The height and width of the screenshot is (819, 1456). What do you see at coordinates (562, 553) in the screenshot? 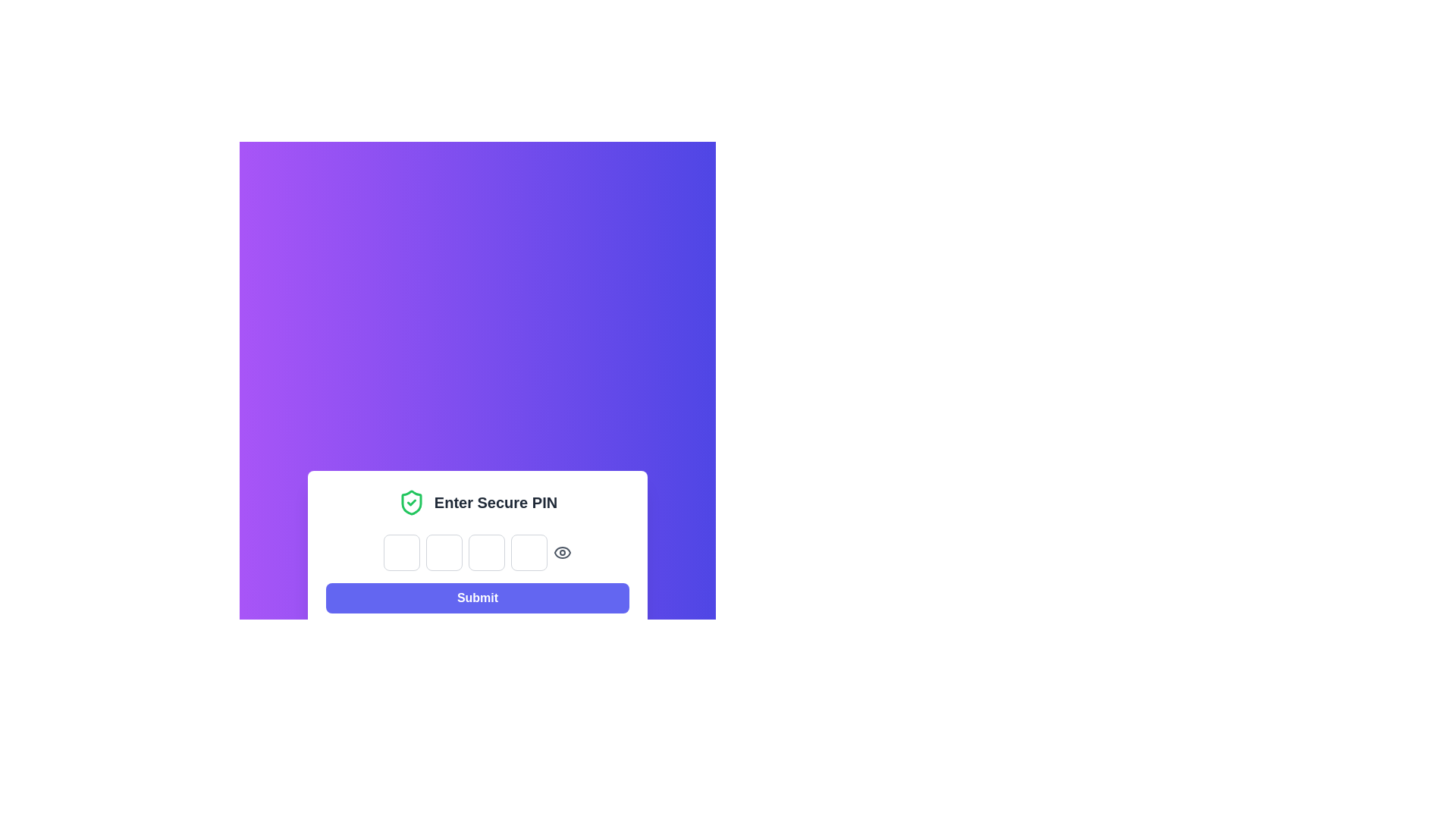
I see `the eye icon located to the right of the PIN input fields, which serves as a visual indicator for toggling or viewing entered PIN characters` at bounding box center [562, 553].